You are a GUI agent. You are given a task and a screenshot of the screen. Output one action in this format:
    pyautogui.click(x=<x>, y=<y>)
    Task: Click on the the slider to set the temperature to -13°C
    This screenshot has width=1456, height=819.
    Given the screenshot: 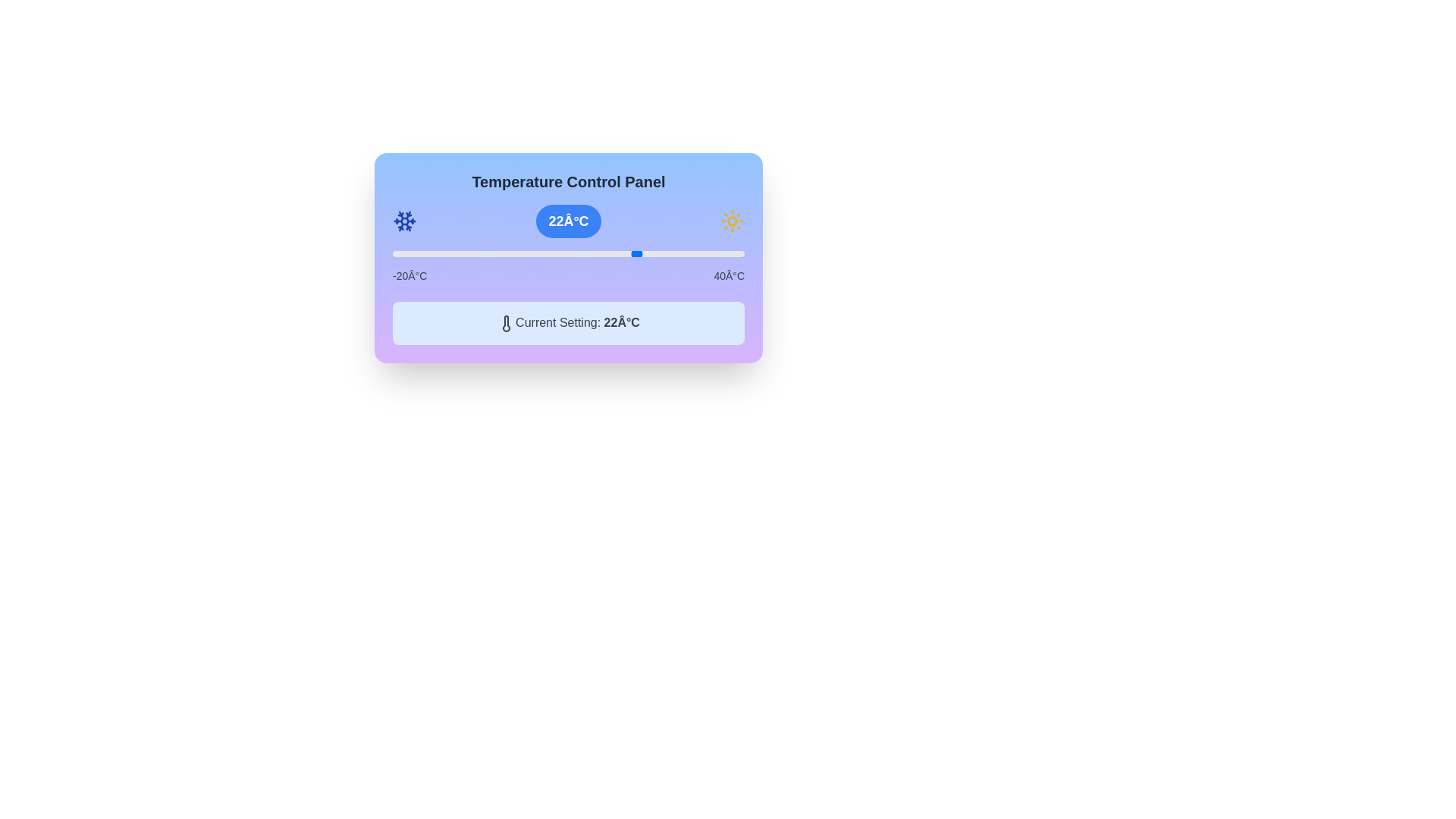 What is the action you would take?
    pyautogui.click(x=433, y=253)
    